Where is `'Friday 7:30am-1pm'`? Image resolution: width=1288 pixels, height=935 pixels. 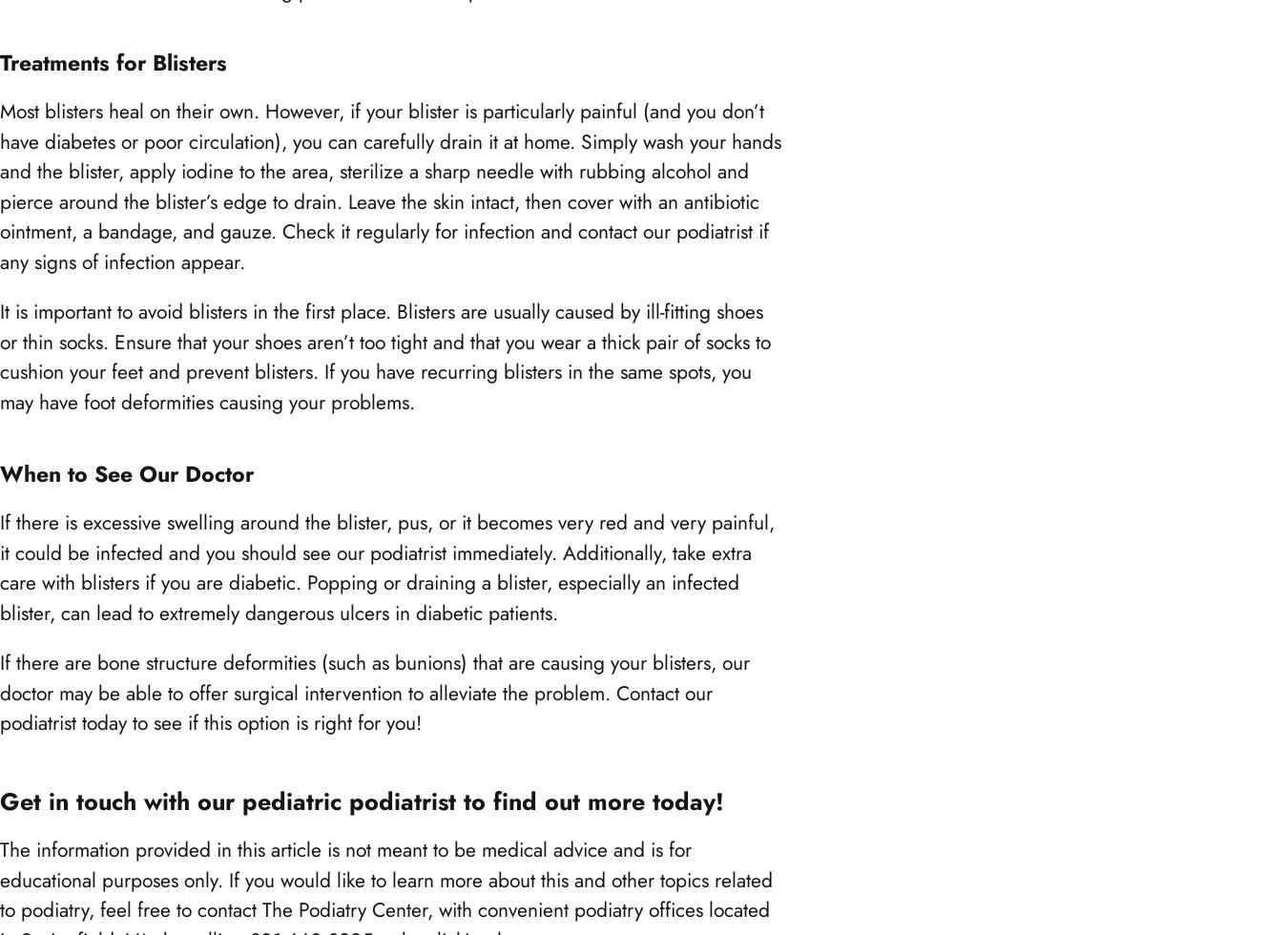 'Friday 7:30am-1pm' is located at coordinates (71, 83).